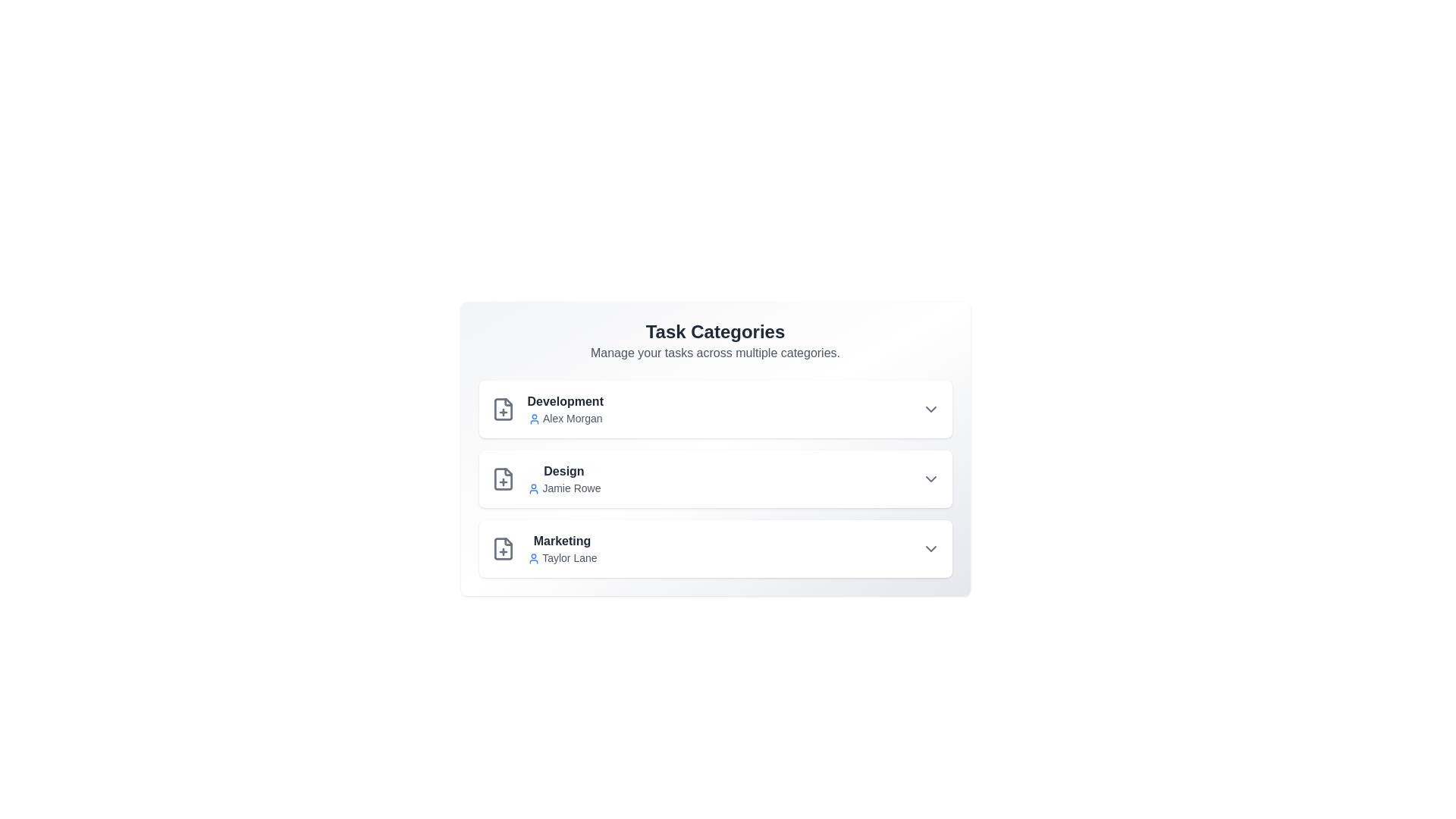  I want to click on the user icon next to the owner's name for additional information for Design, so click(533, 489).